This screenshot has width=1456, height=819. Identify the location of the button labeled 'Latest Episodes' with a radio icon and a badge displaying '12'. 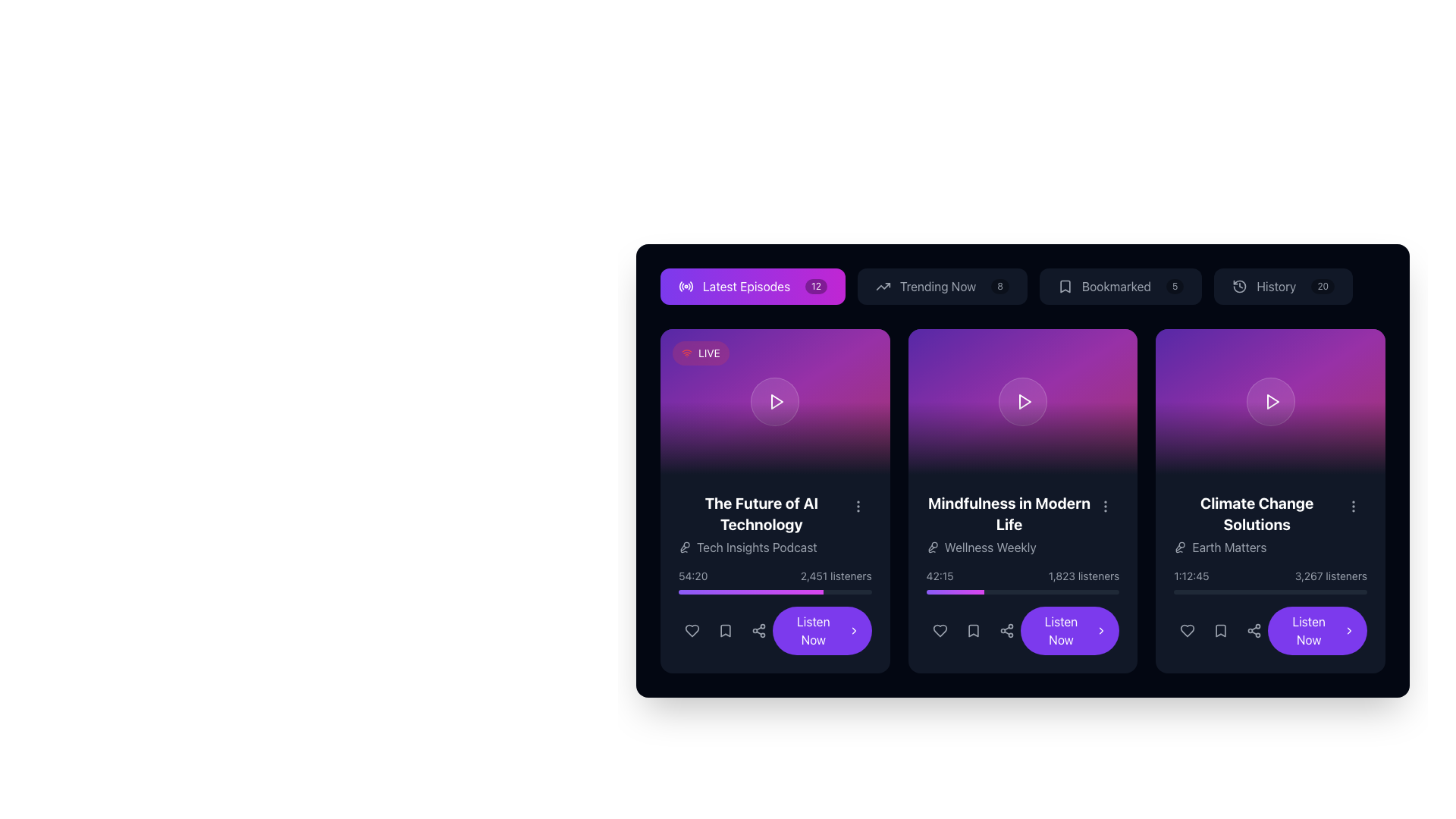
(753, 287).